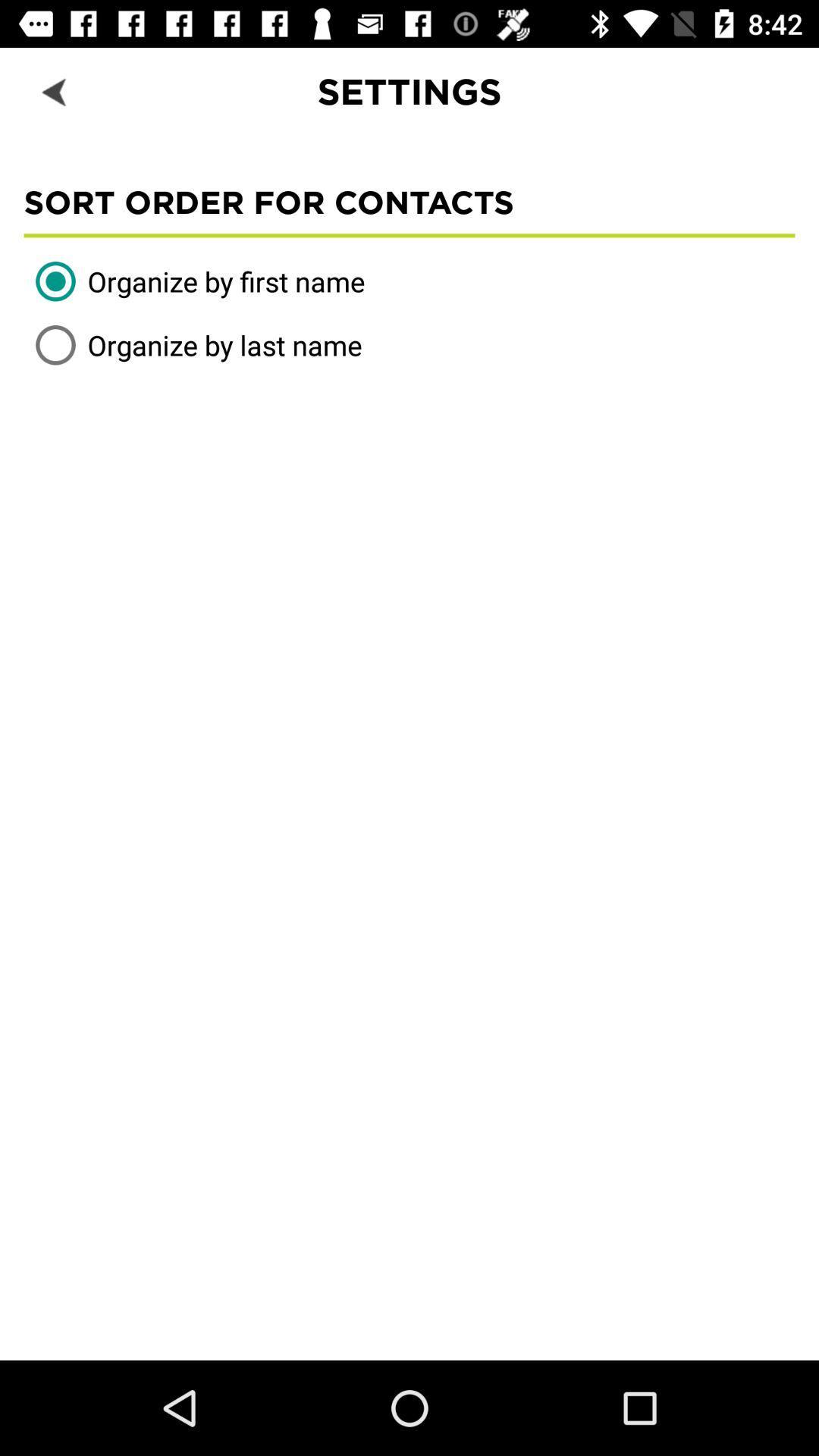  What do you see at coordinates (55, 90) in the screenshot?
I see `the item next to settings icon` at bounding box center [55, 90].